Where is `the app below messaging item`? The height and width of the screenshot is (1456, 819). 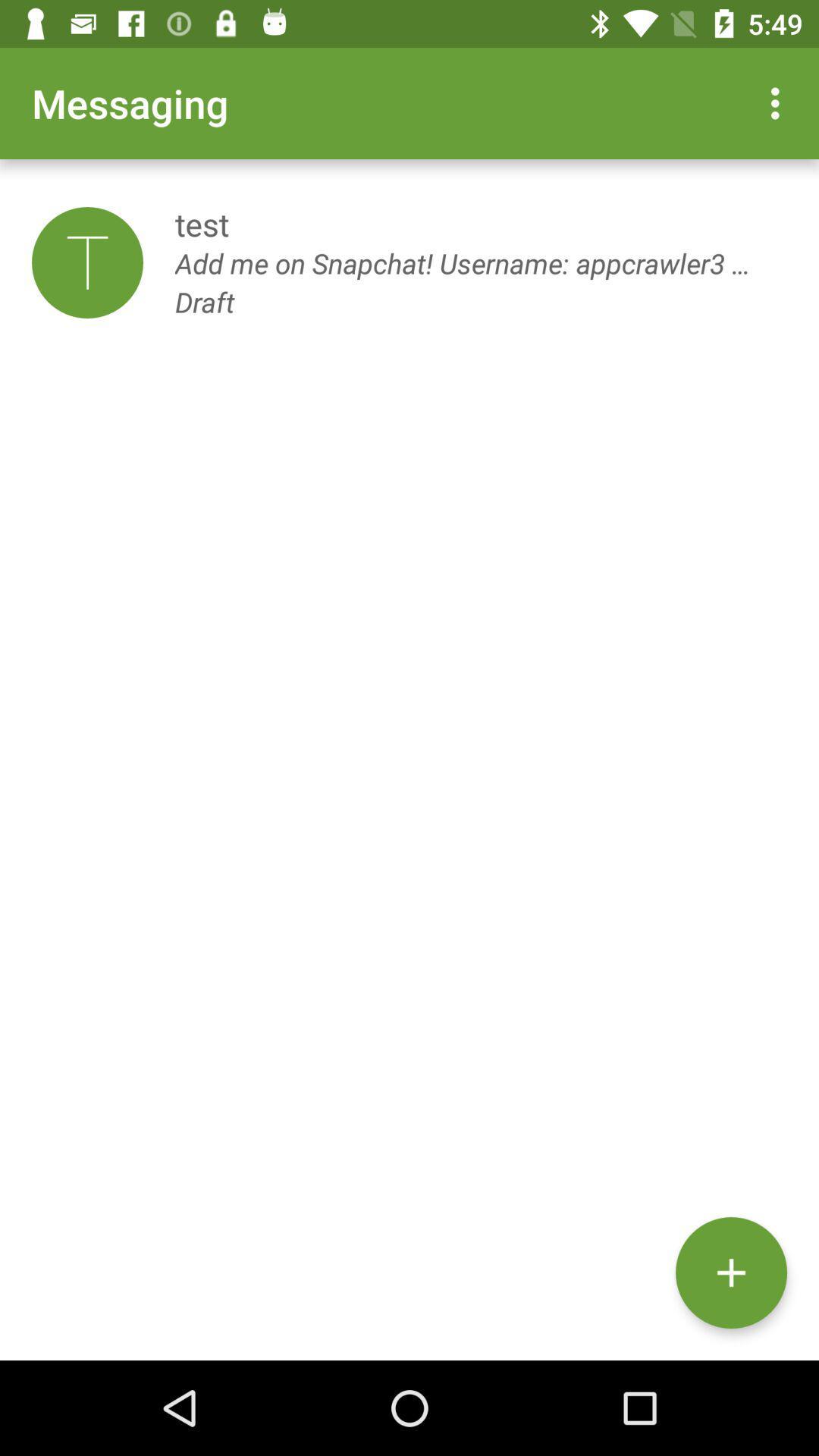
the app below messaging item is located at coordinates (87, 262).